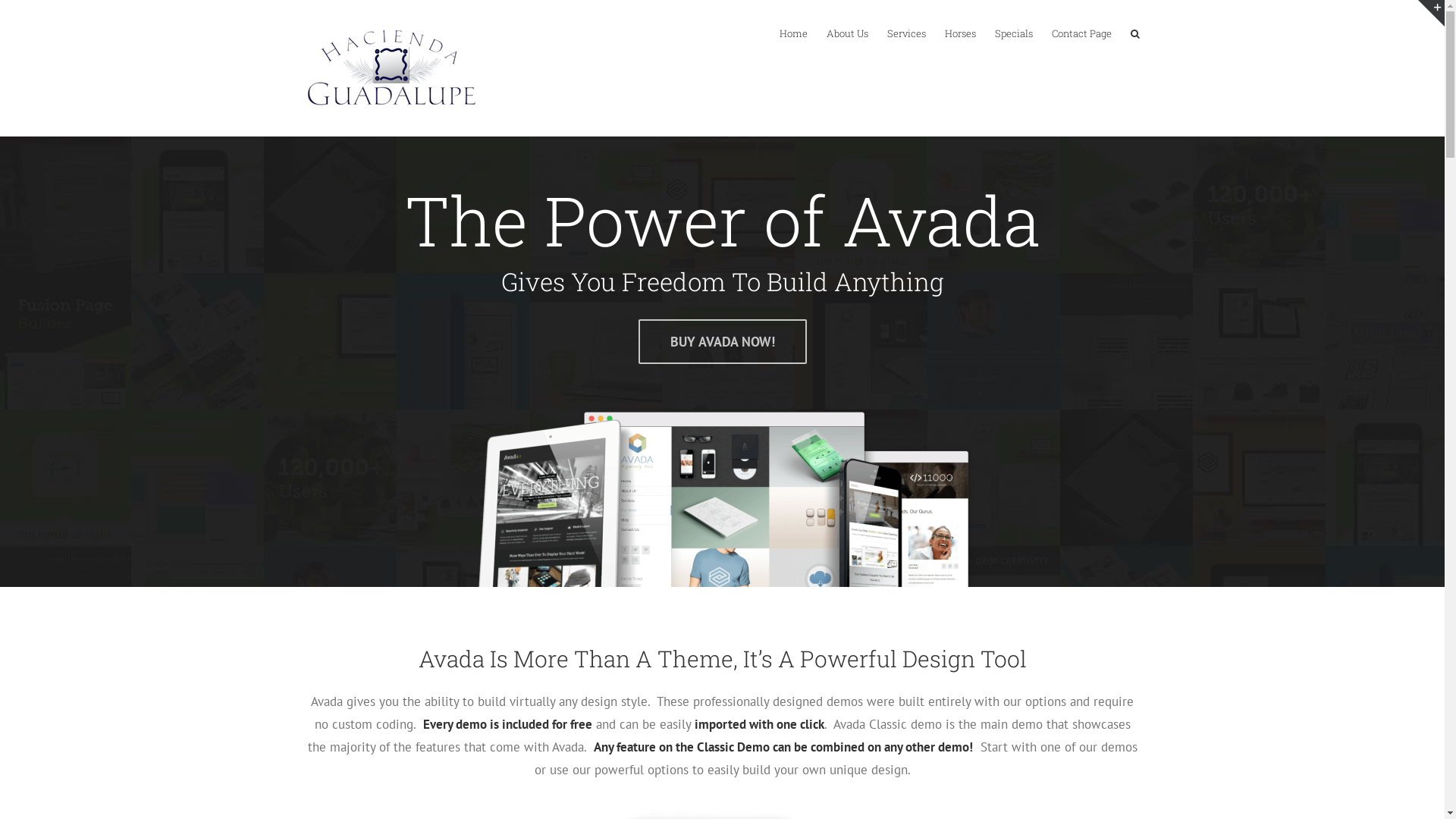 The image size is (1456, 819). Describe the element at coordinates (1014, 32) in the screenshot. I see `'Specials'` at that location.